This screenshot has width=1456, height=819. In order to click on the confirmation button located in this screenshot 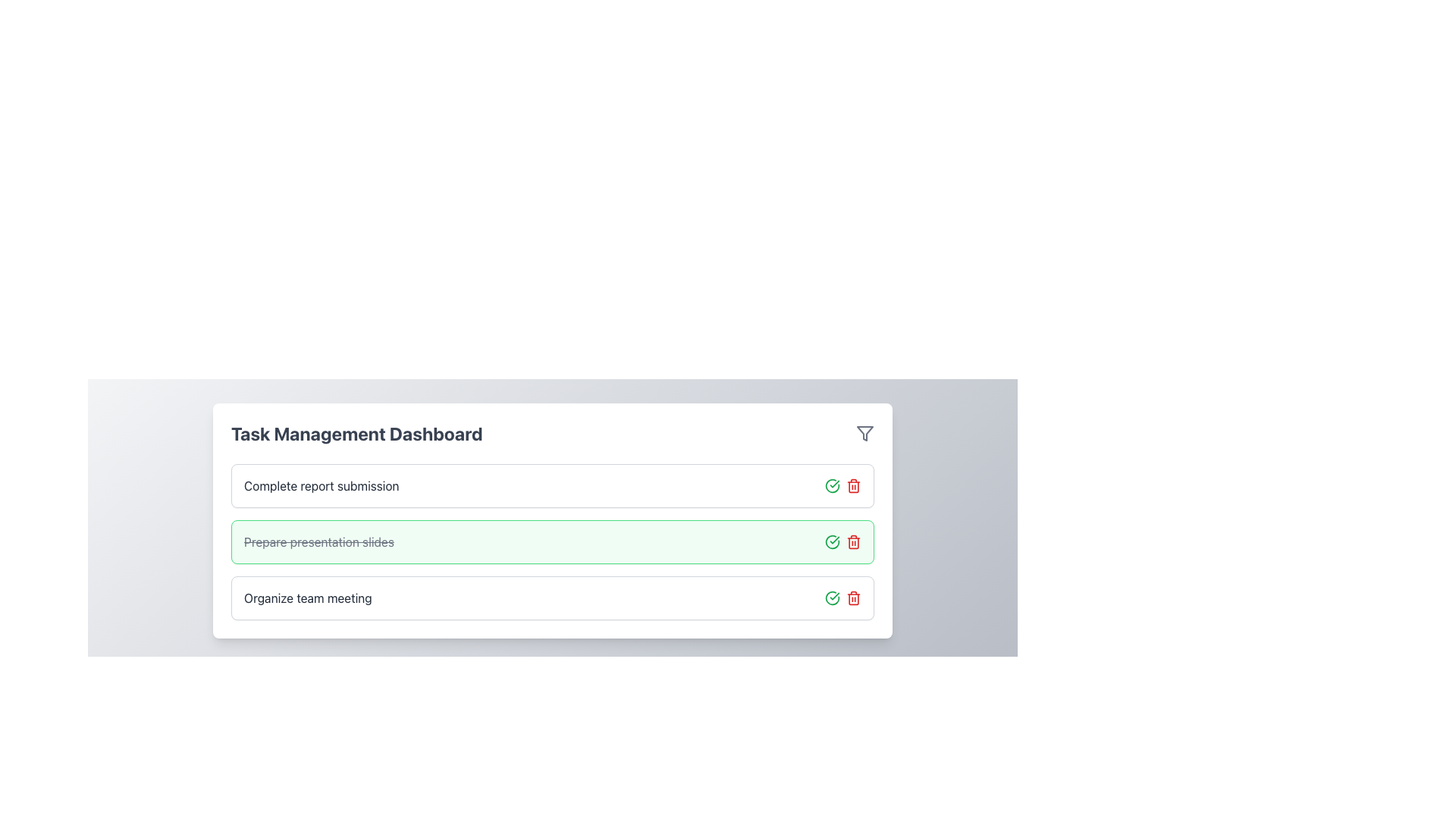, I will do `click(832, 598)`.